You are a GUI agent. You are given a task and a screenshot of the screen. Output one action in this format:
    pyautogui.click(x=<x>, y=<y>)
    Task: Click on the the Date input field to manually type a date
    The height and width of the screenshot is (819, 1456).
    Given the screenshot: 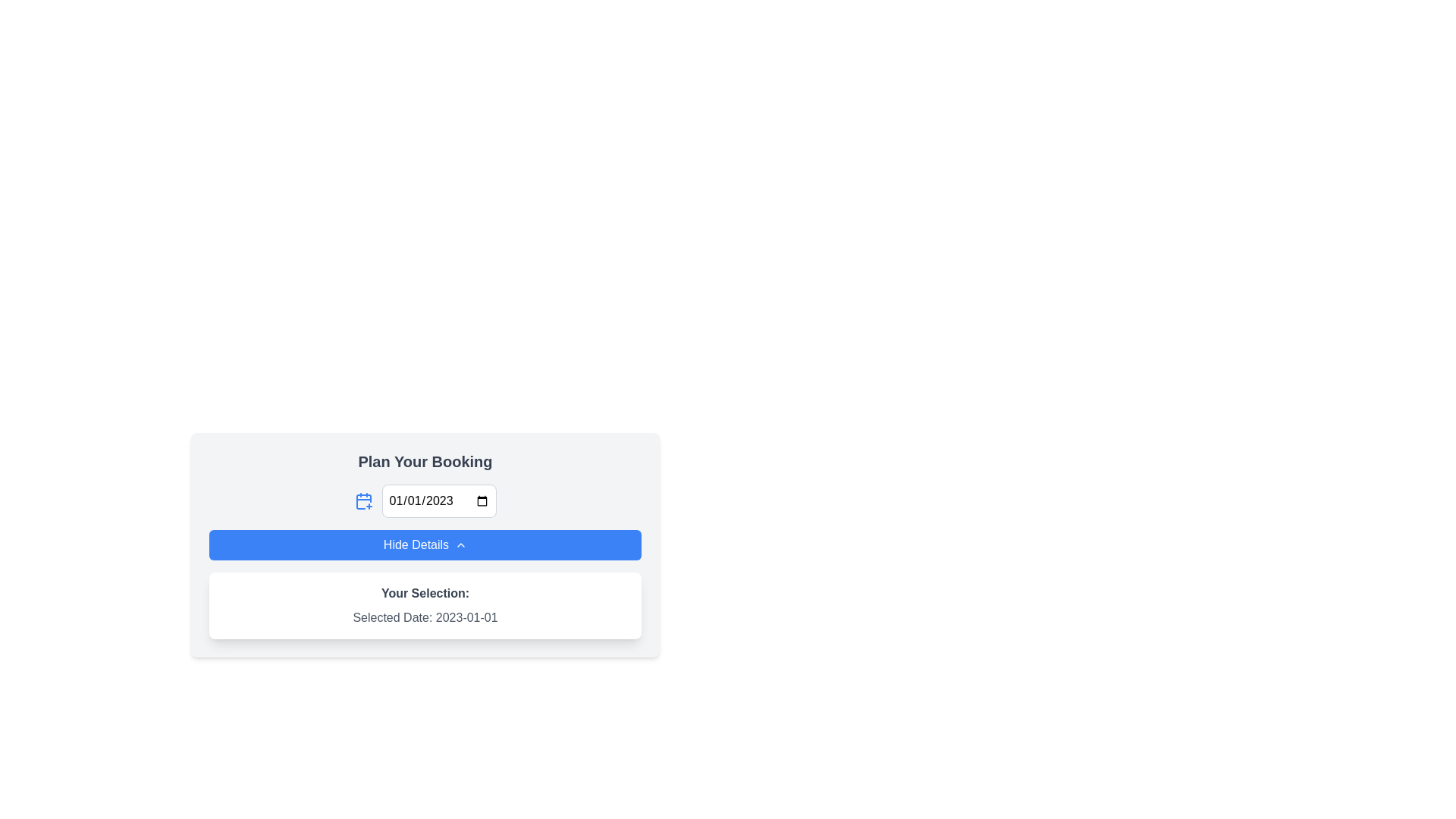 What is the action you would take?
    pyautogui.click(x=438, y=500)
    